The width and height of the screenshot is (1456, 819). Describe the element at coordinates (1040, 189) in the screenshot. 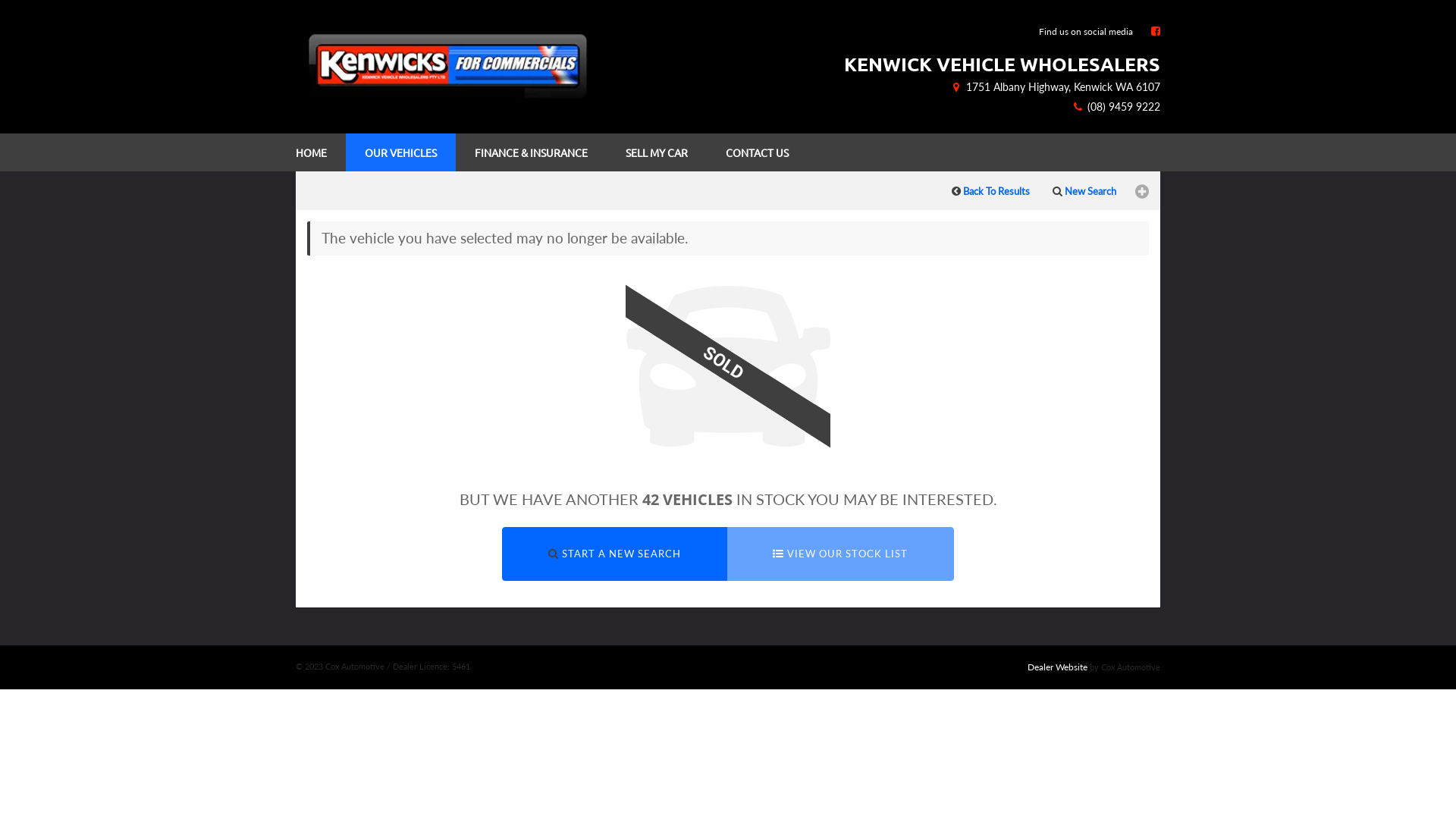

I see `'New Search'` at that location.